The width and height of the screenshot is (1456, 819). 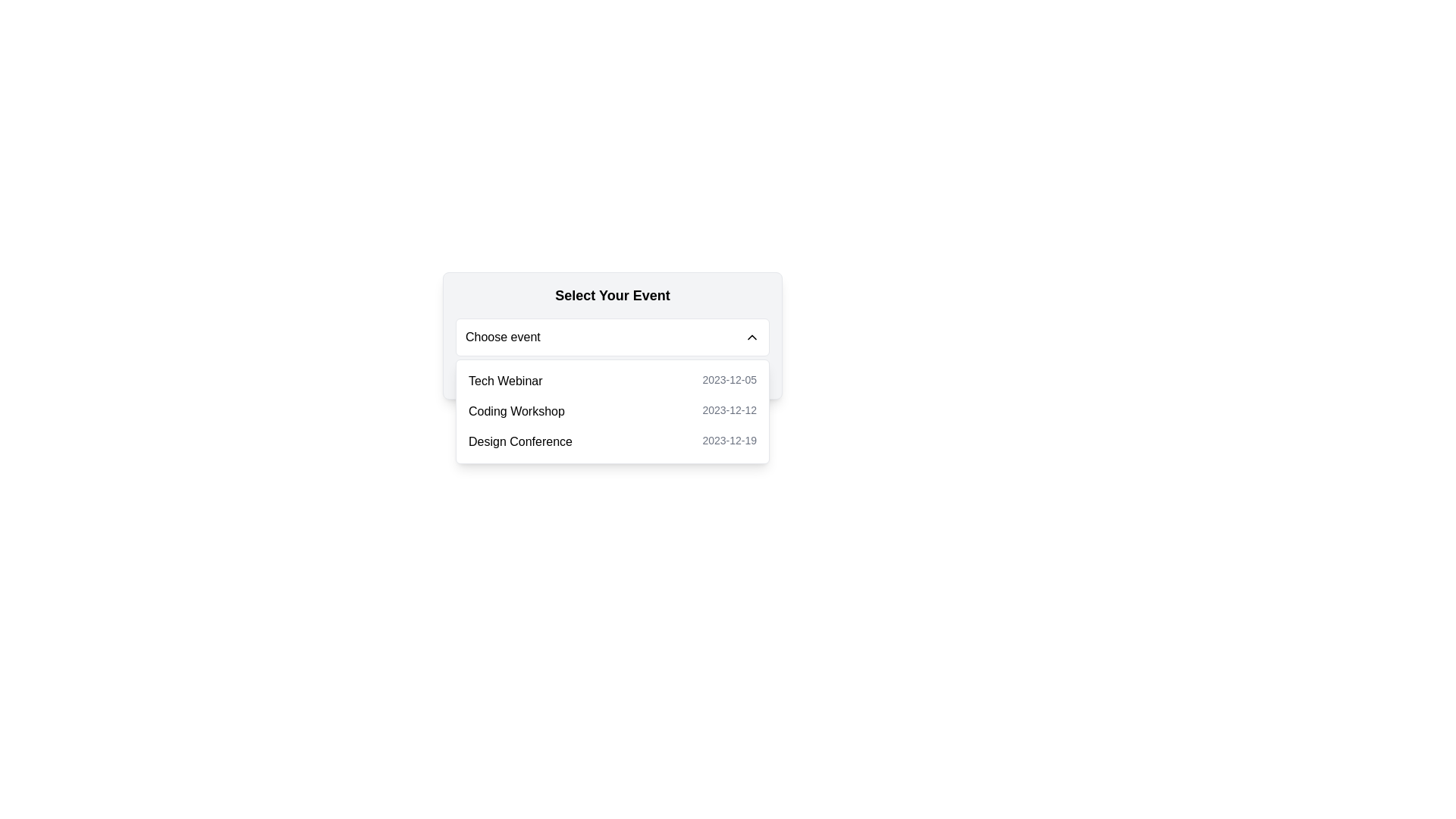 I want to click on the static text label displaying 'Choose event' located in the top section of a dropdown-like interface, so click(x=503, y=336).